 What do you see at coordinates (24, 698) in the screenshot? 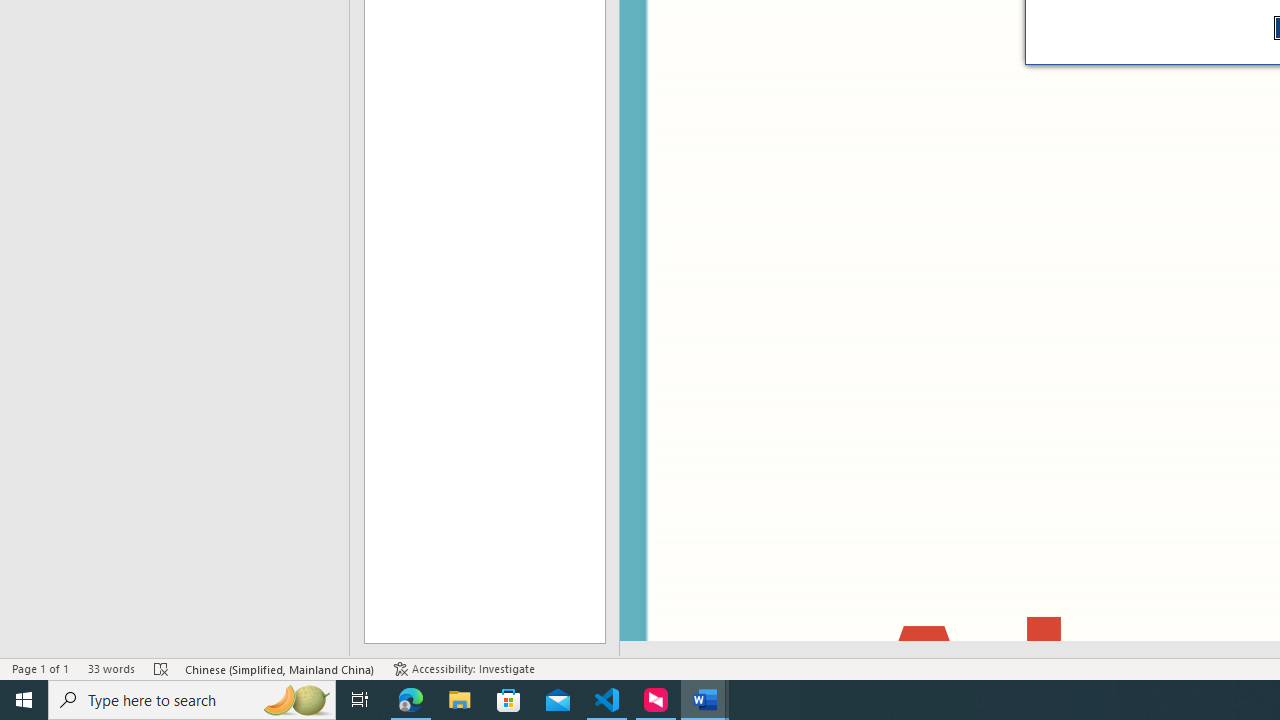
I see `'Start'` at bounding box center [24, 698].